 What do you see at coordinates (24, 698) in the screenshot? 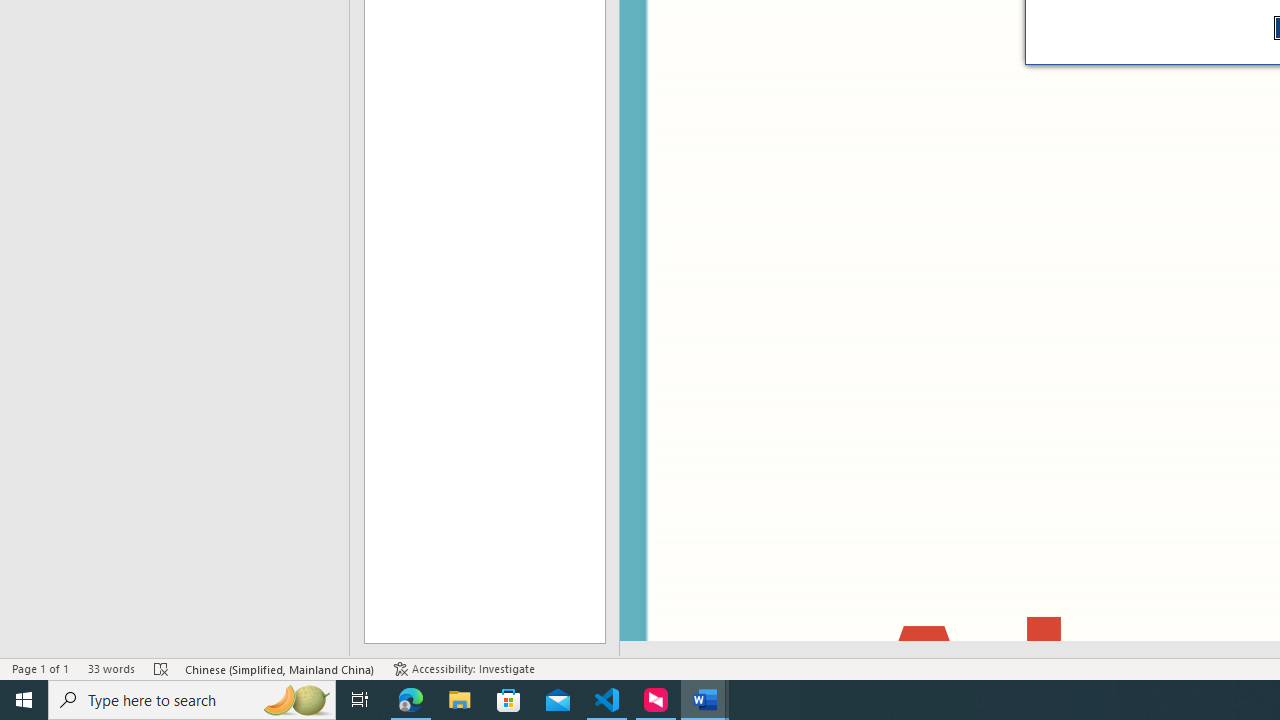
I see `'Start'` at bounding box center [24, 698].